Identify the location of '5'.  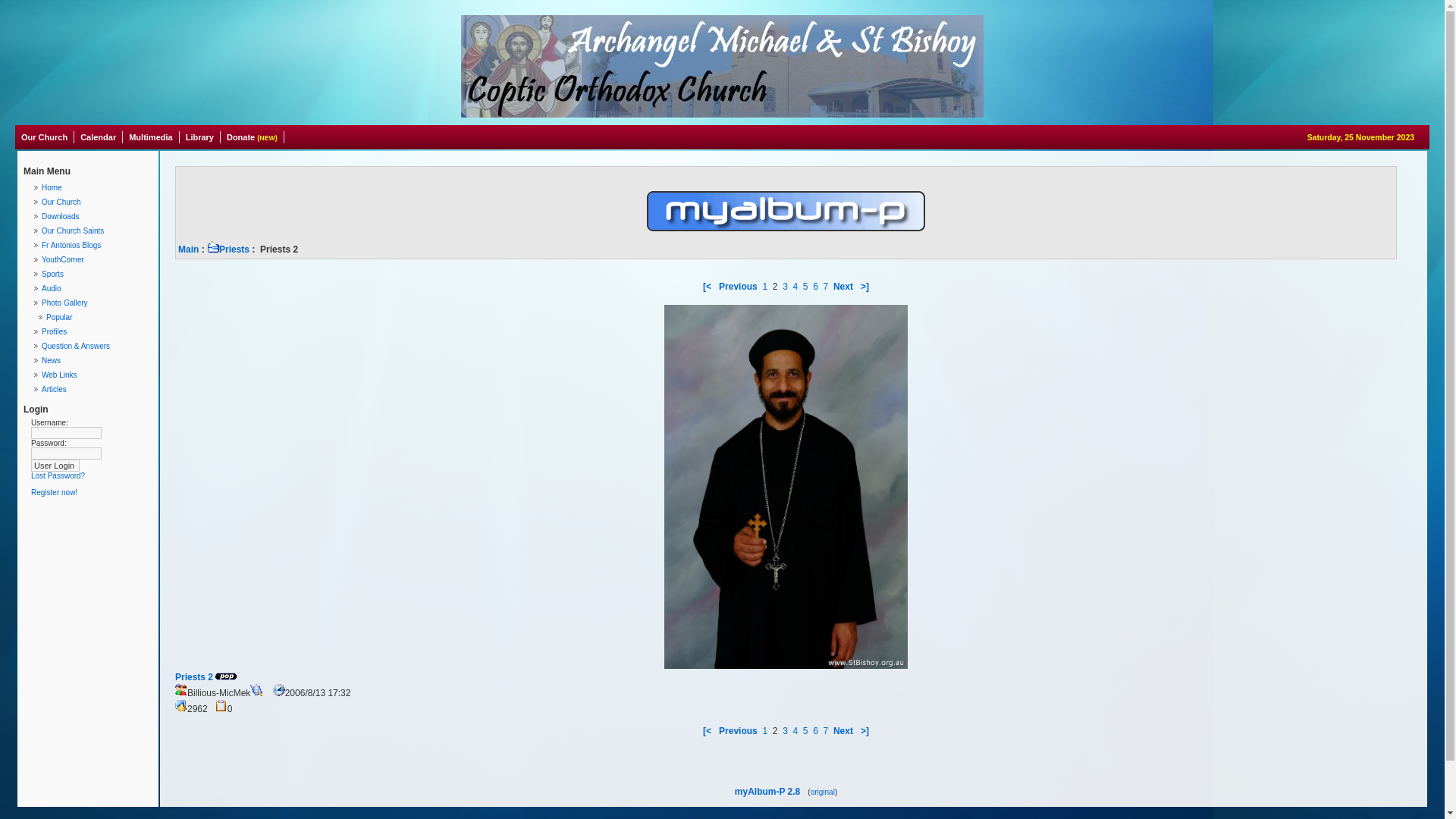
(805, 287).